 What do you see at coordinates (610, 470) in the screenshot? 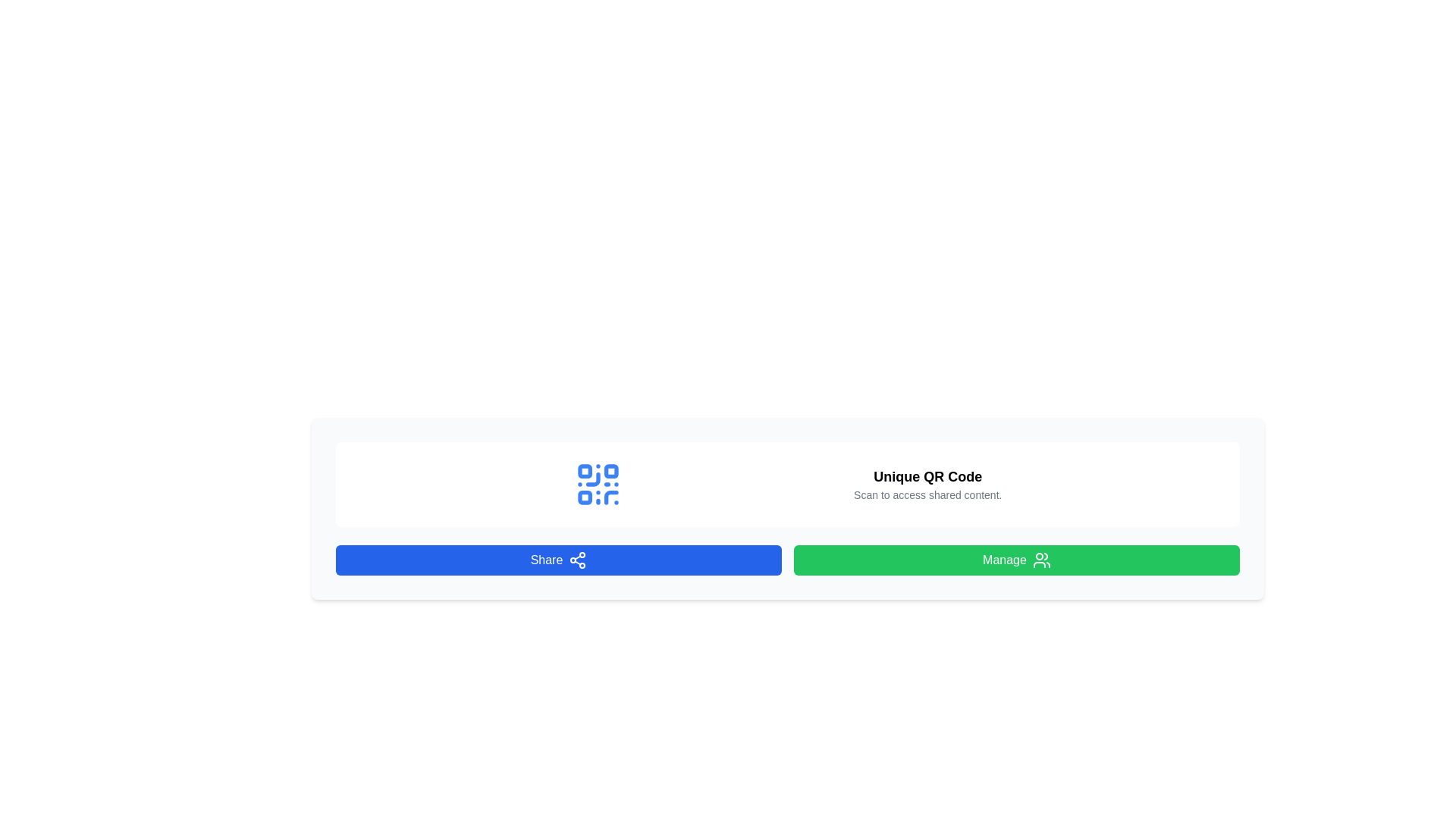
I see `the second small square in the top row of the QR code icon, which is styled in blue and located above the 'Share' and 'Manage' buttons` at bounding box center [610, 470].